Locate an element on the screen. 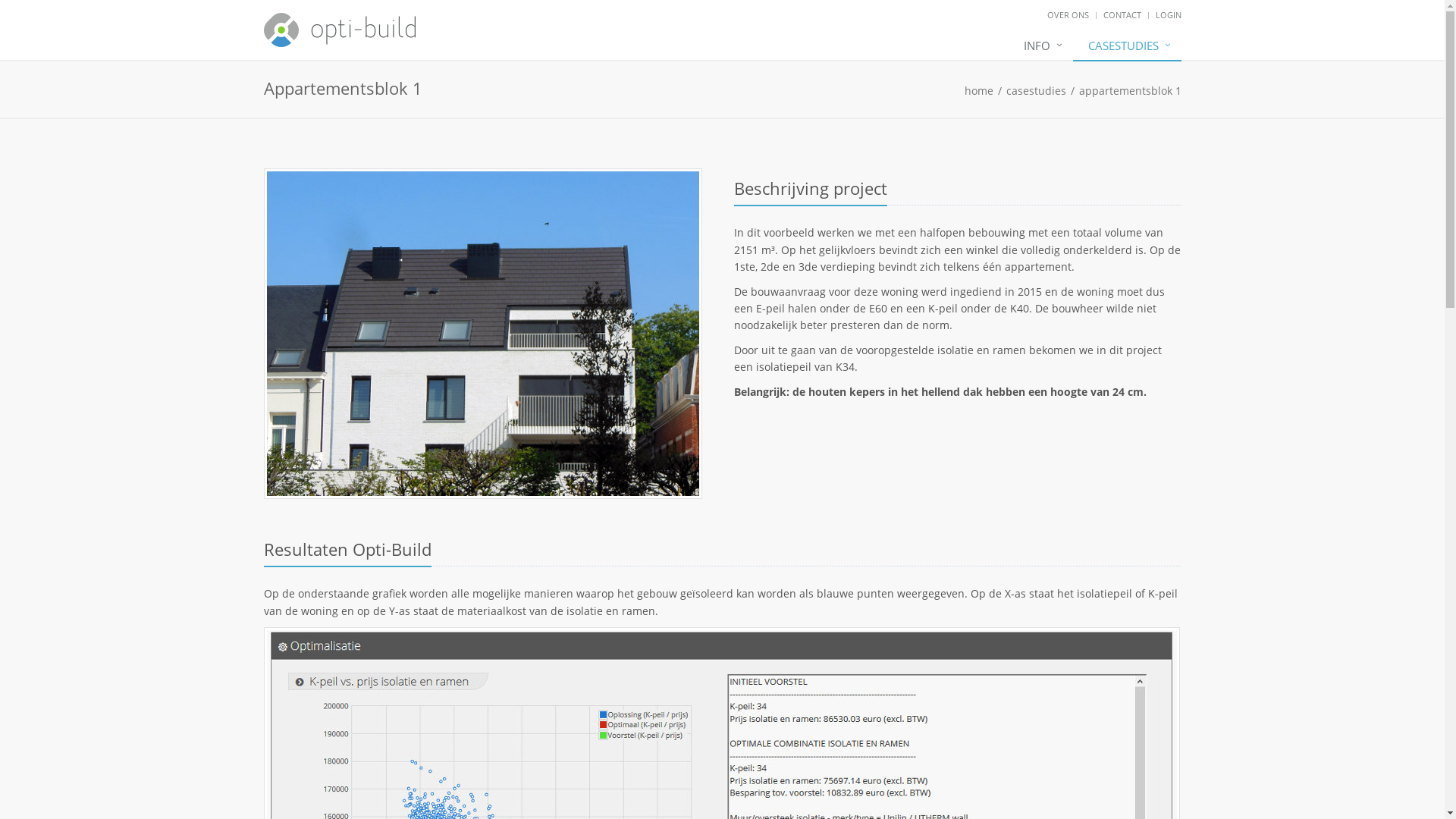 This screenshot has height=819, width=1456. 'LOGIN' is located at coordinates (1154, 14).